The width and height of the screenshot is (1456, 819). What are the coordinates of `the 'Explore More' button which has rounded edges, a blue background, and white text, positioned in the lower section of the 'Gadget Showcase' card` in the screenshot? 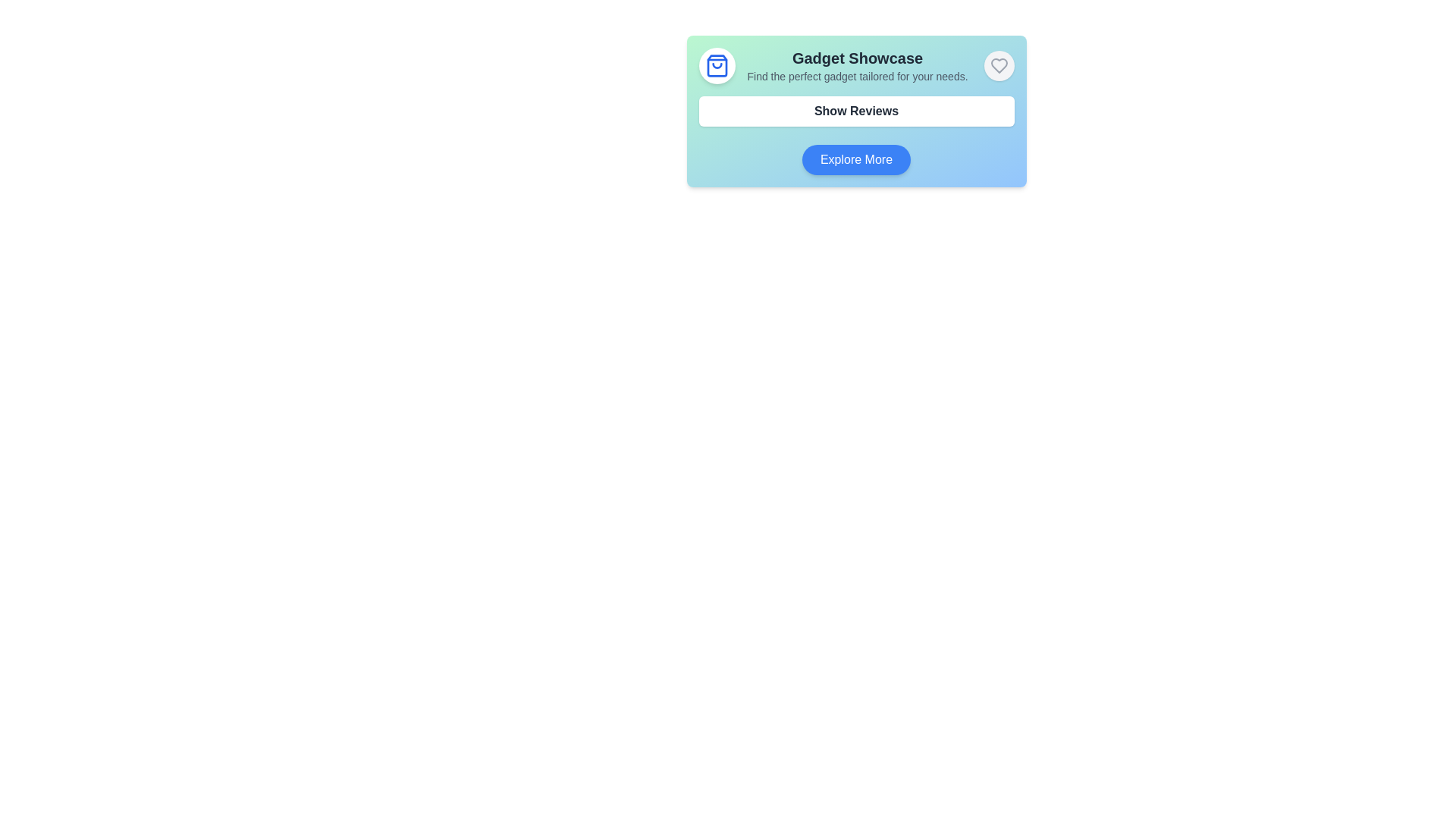 It's located at (856, 160).